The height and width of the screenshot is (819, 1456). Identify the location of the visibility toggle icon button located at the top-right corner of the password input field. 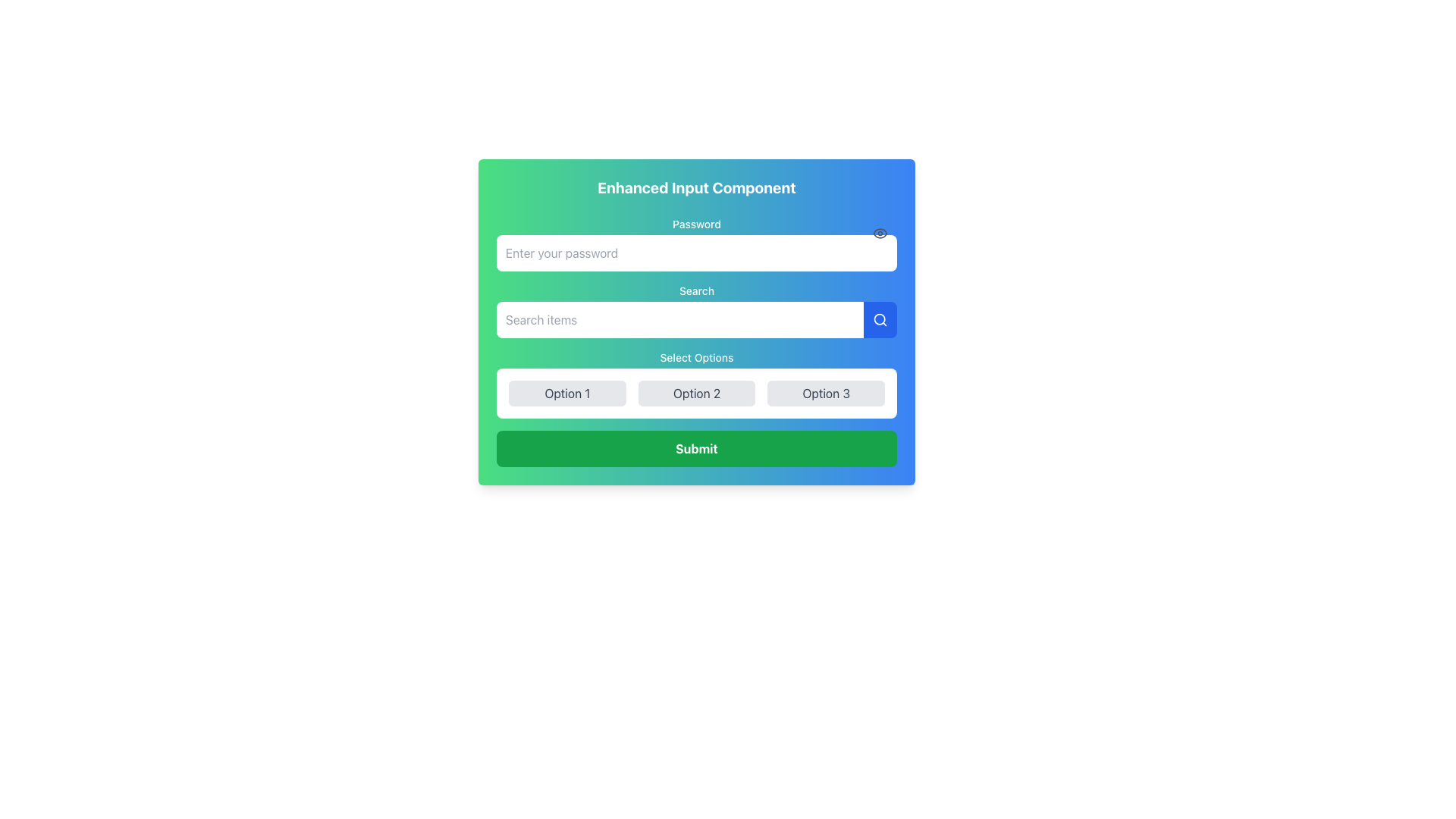
(880, 234).